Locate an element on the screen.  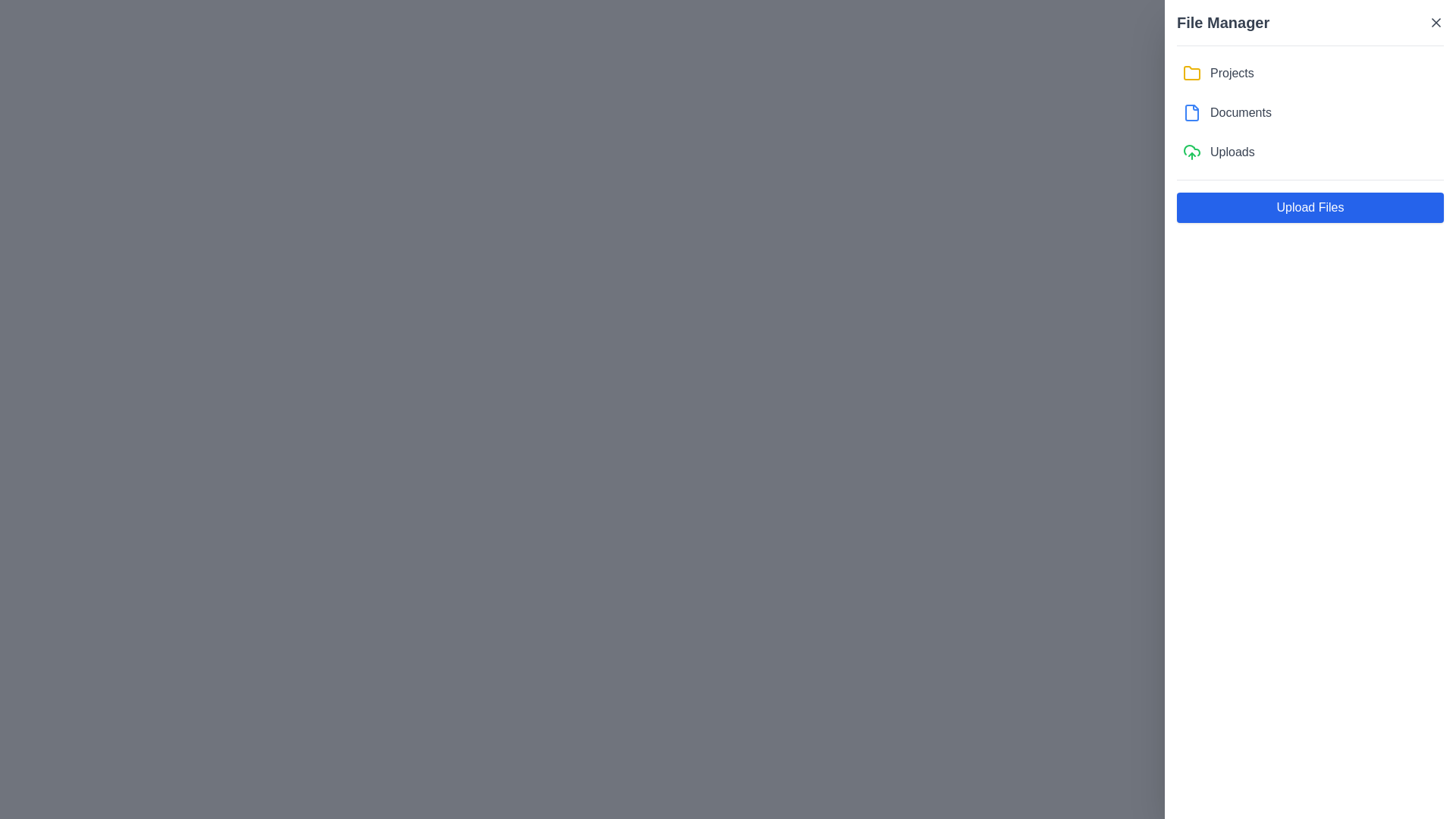
the document icon with a blue outline located next to the 'Documents' label in the 'File Manager' section is located at coordinates (1191, 112).